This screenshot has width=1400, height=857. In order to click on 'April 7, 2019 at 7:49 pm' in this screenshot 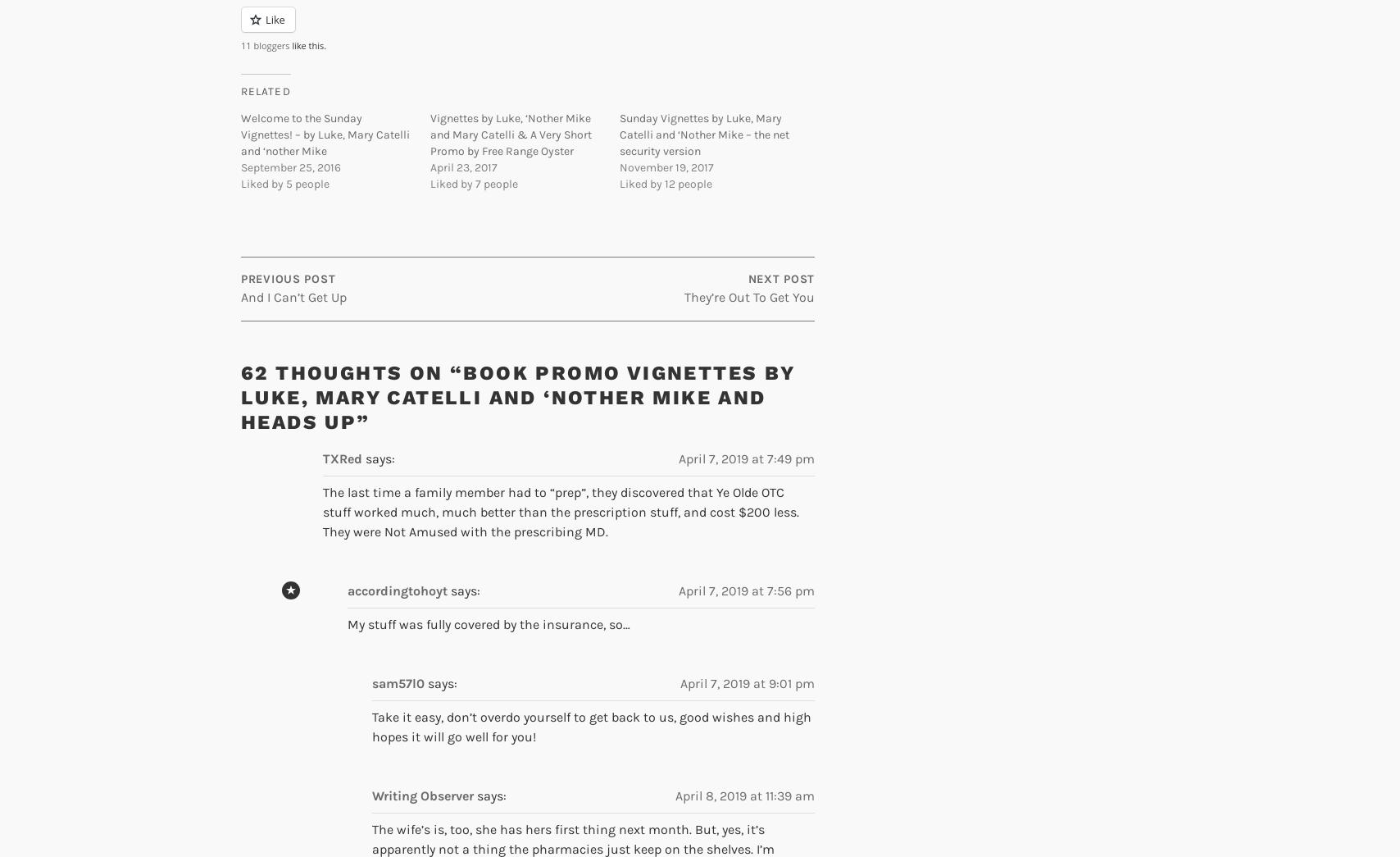, I will do `click(747, 458)`.